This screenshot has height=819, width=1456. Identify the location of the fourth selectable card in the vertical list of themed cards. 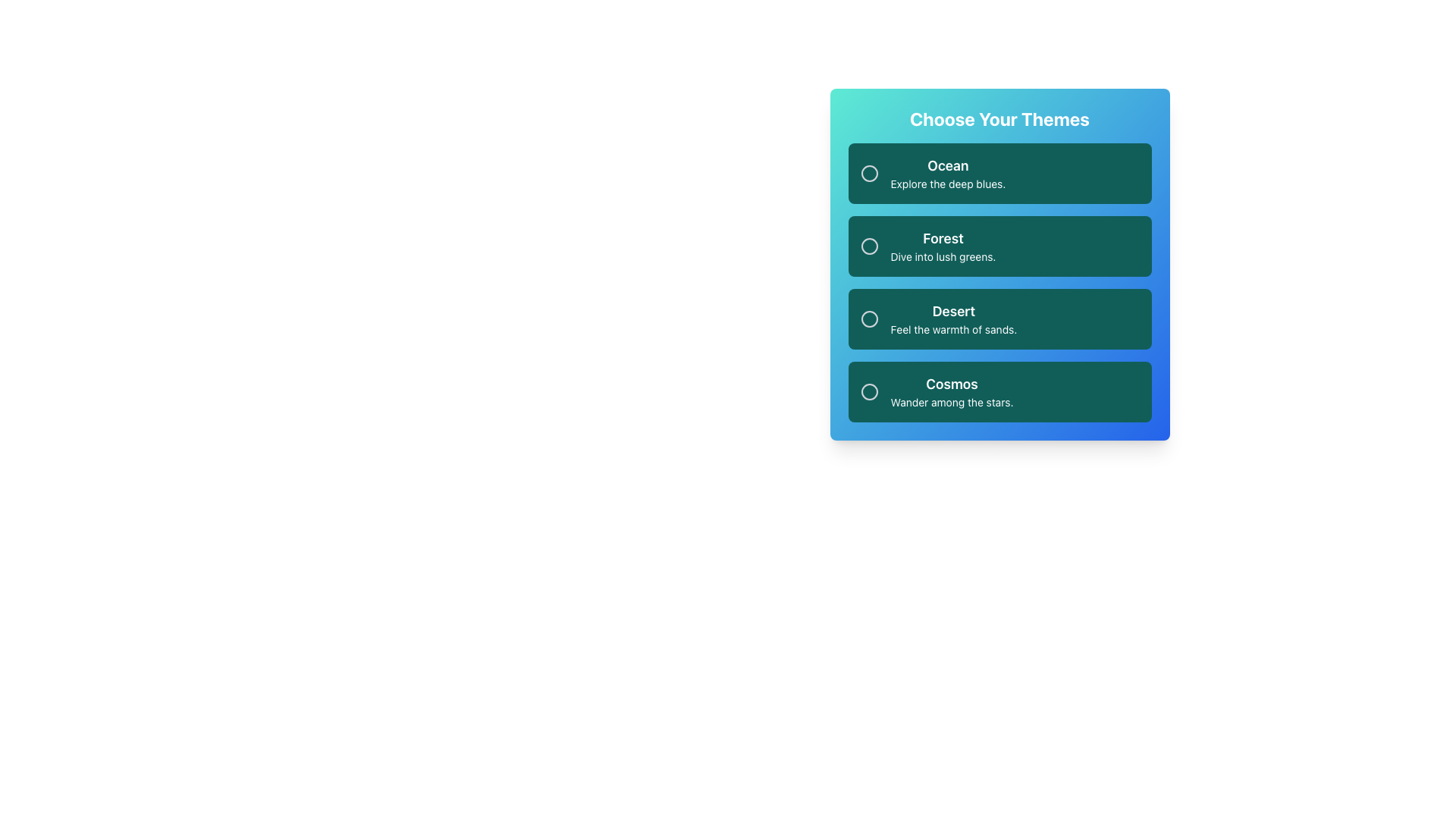
(999, 391).